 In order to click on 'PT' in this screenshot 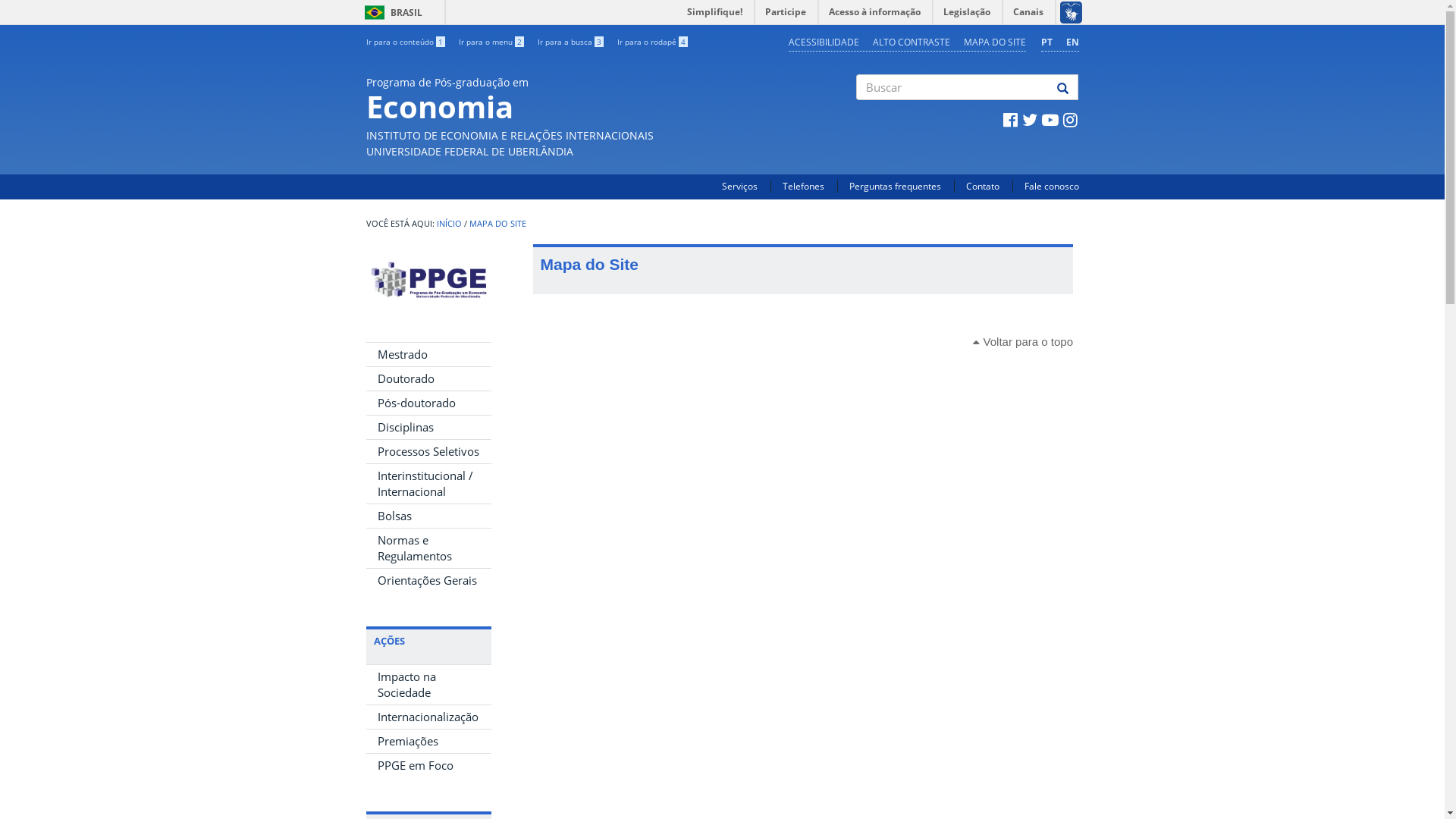, I will do `click(1045, 41)`.